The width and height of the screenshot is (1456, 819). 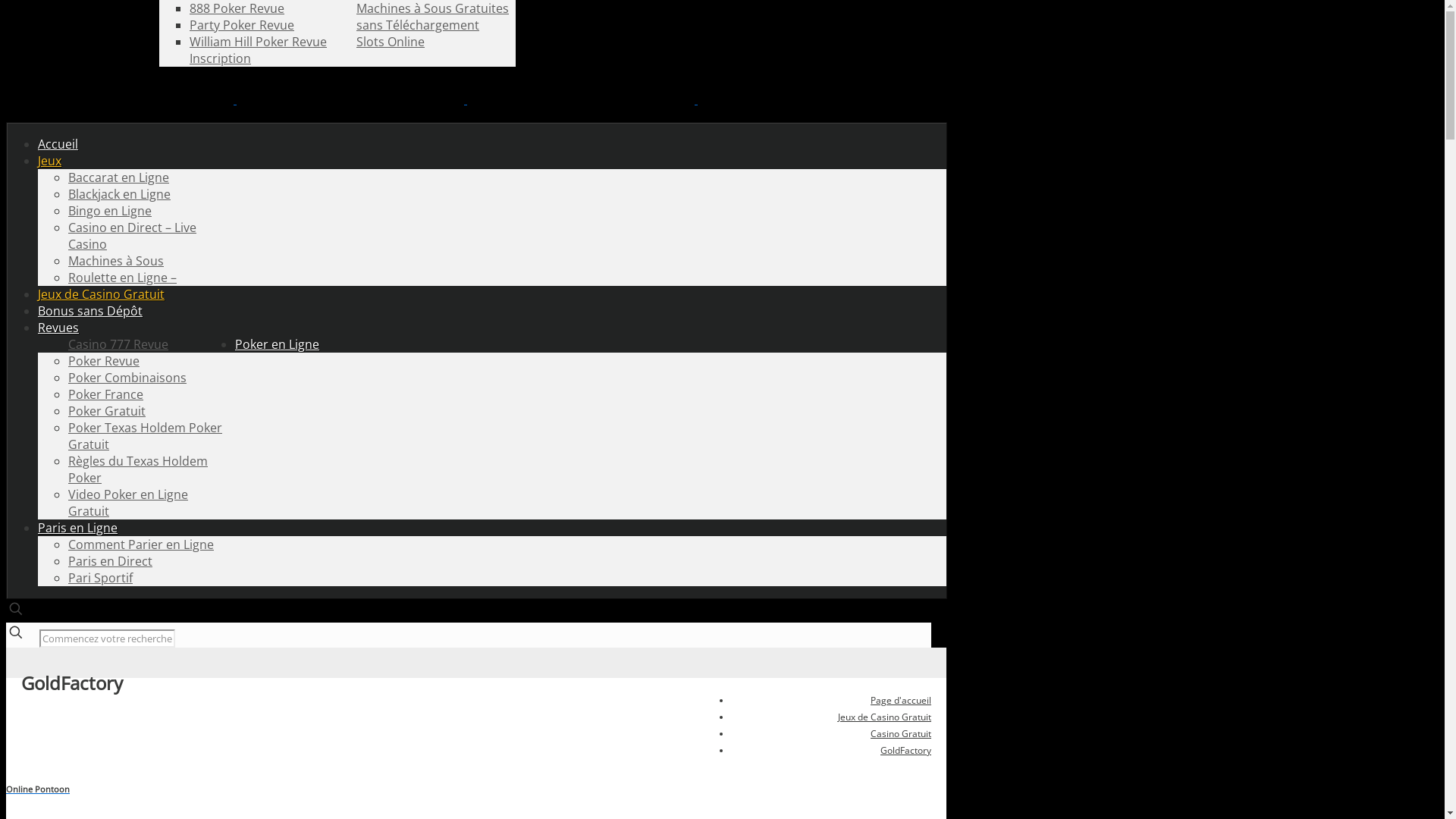 What do you see at coordinates (258, 40) in the screenshot?
I see `'William Hill Poker Revue'` at bounding box center [258, 40].